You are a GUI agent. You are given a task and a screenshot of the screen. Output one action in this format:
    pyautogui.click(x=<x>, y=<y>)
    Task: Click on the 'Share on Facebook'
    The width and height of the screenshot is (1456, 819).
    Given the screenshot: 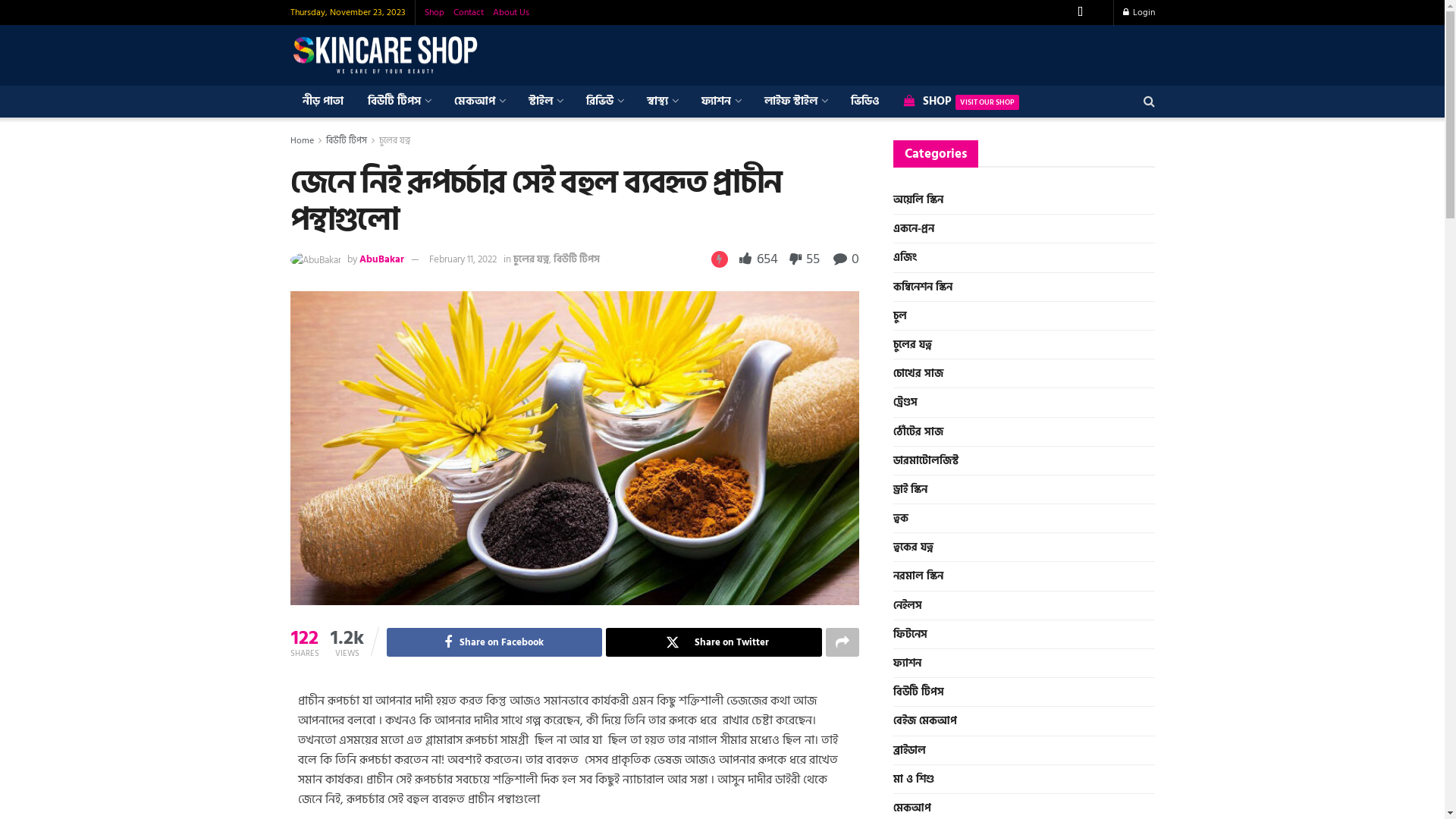 What is the action you would take?
    pyautogui.click(x=494, y=642)
    